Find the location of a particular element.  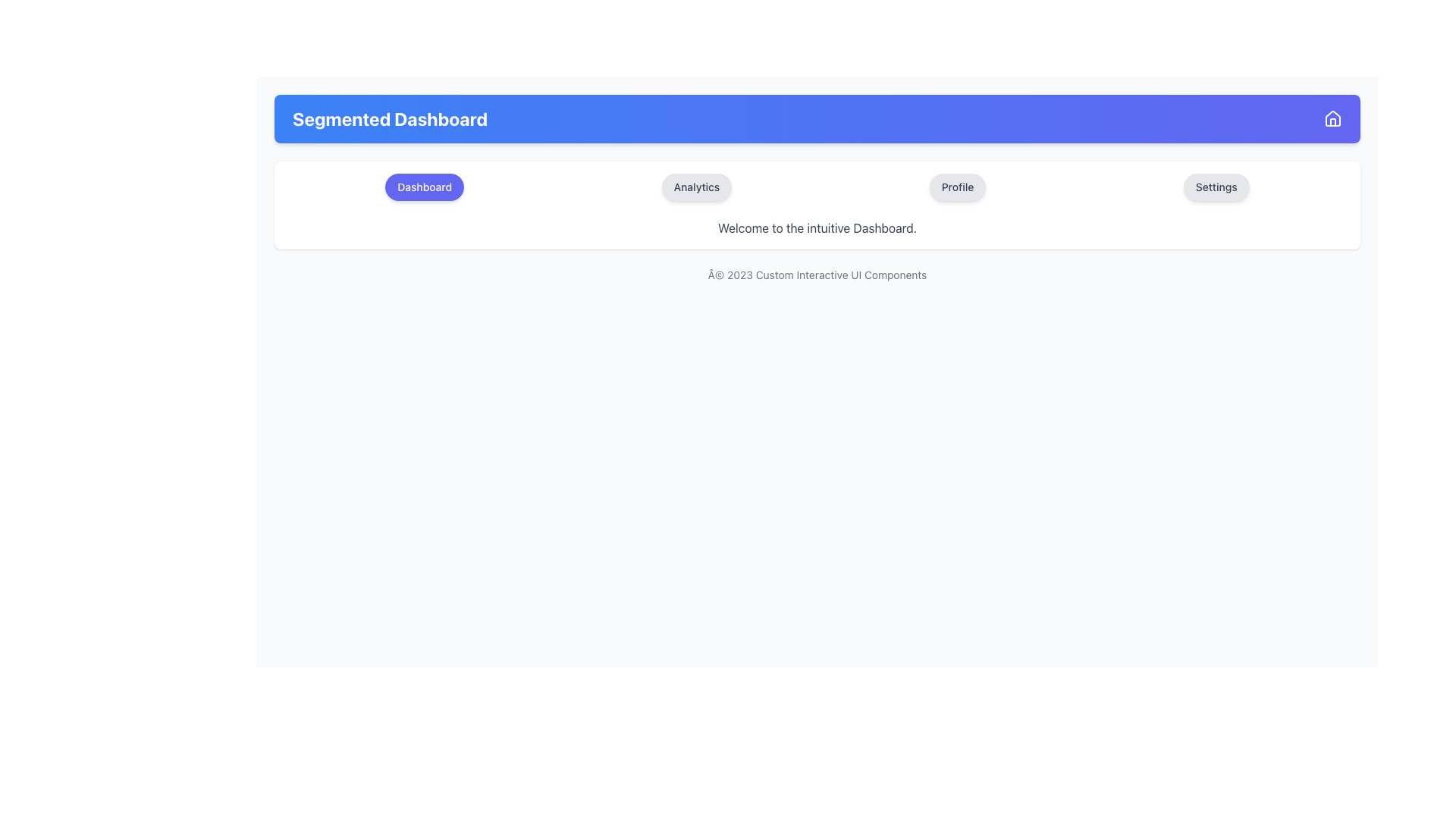

the static text label displaying '© 2023 Custom Interactive UI Components', which is centered at the bottom of the section with a smaller gray font is located at coordinates (817, 275).